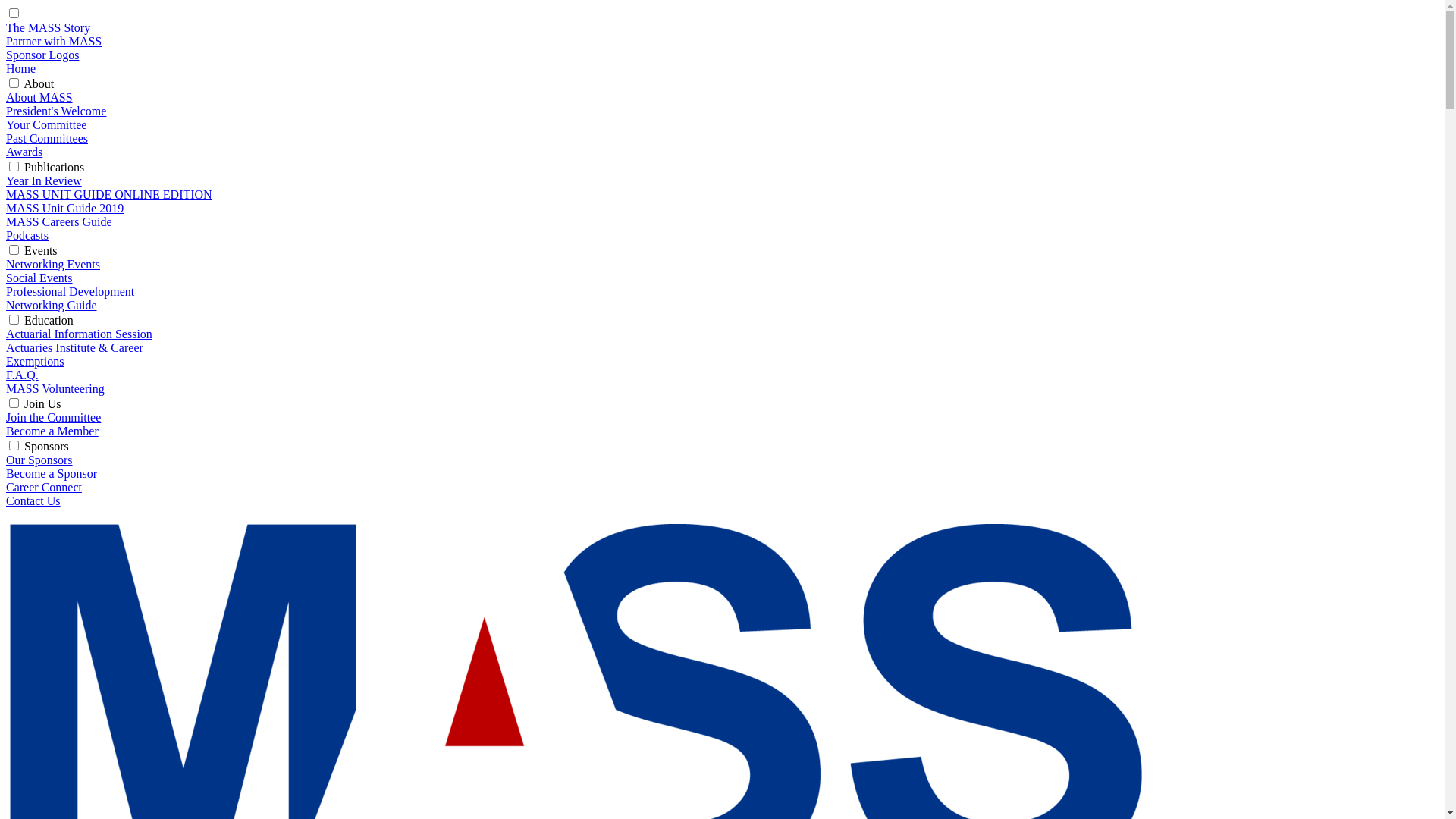  Describe the element at coordinates (35, 361) in the screenshot. I see `'Exemptions'` at that location.